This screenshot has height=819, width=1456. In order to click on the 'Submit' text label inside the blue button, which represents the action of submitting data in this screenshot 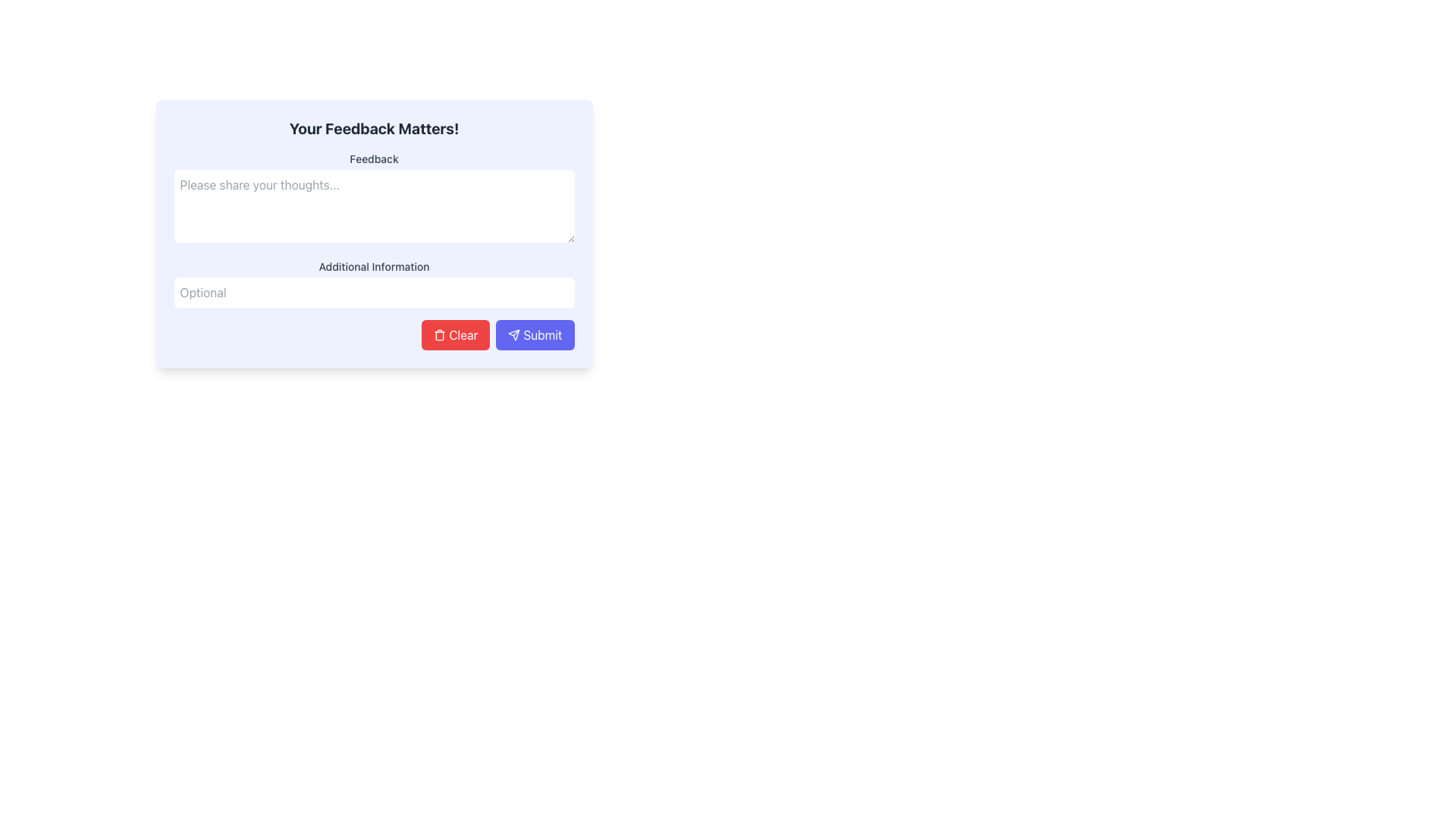, I will do `click(542, 334)`.